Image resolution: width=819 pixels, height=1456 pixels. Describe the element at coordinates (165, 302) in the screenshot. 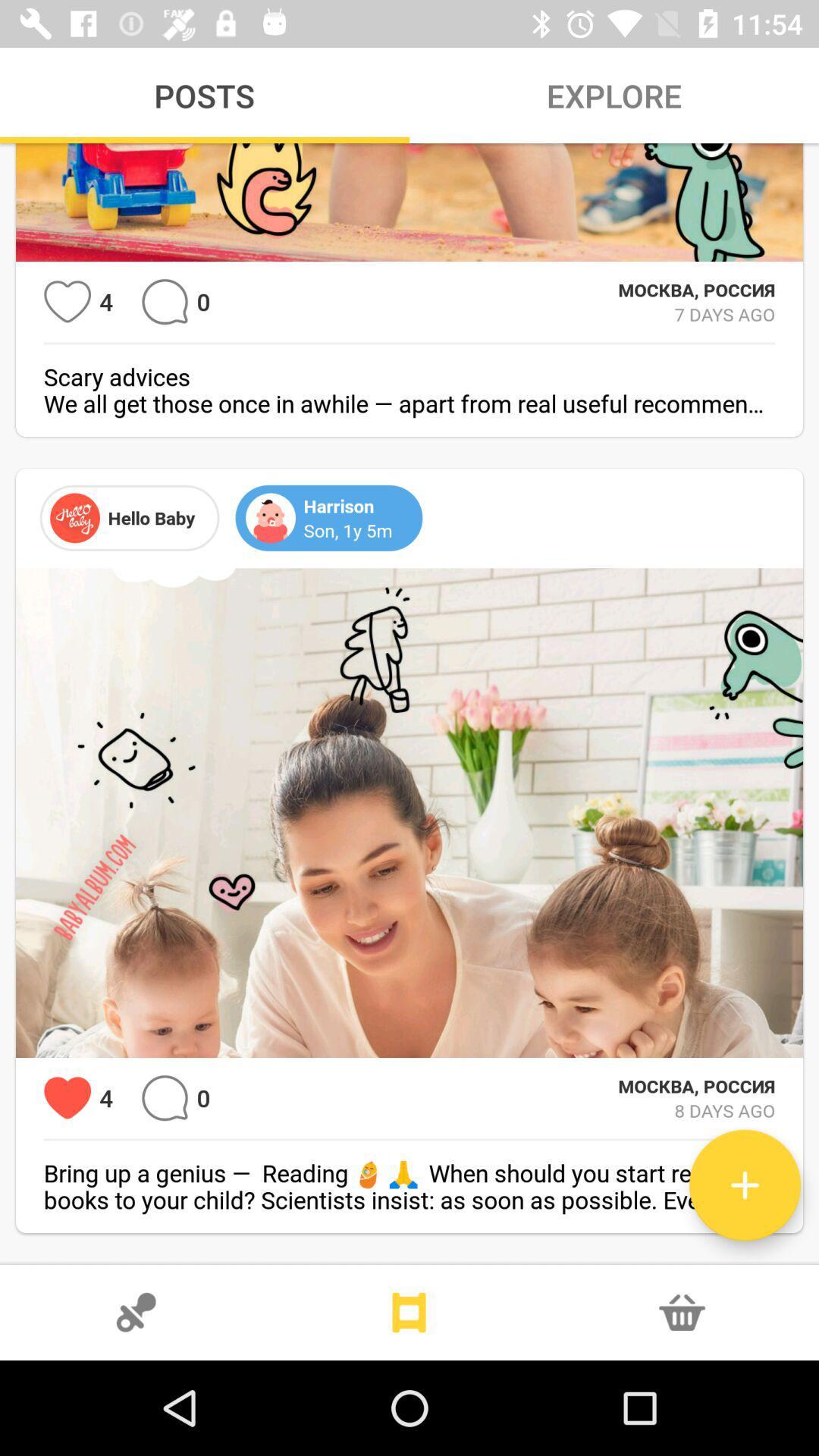

I see `message button` at that location.